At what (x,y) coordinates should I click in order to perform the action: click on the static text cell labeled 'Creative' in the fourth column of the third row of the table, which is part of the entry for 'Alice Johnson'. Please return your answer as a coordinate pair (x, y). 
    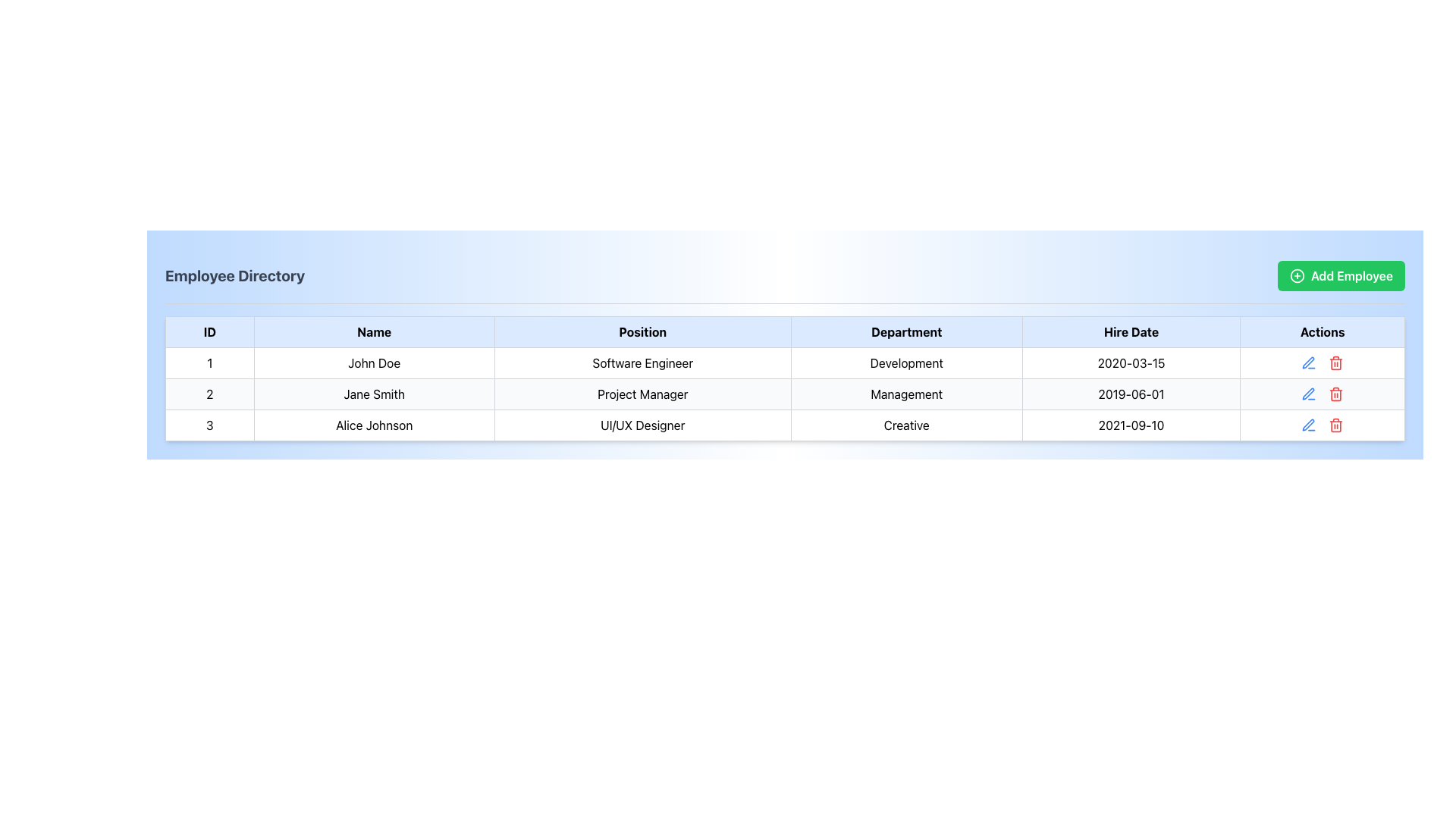
    Looking at the image, I should click on (906, 425).